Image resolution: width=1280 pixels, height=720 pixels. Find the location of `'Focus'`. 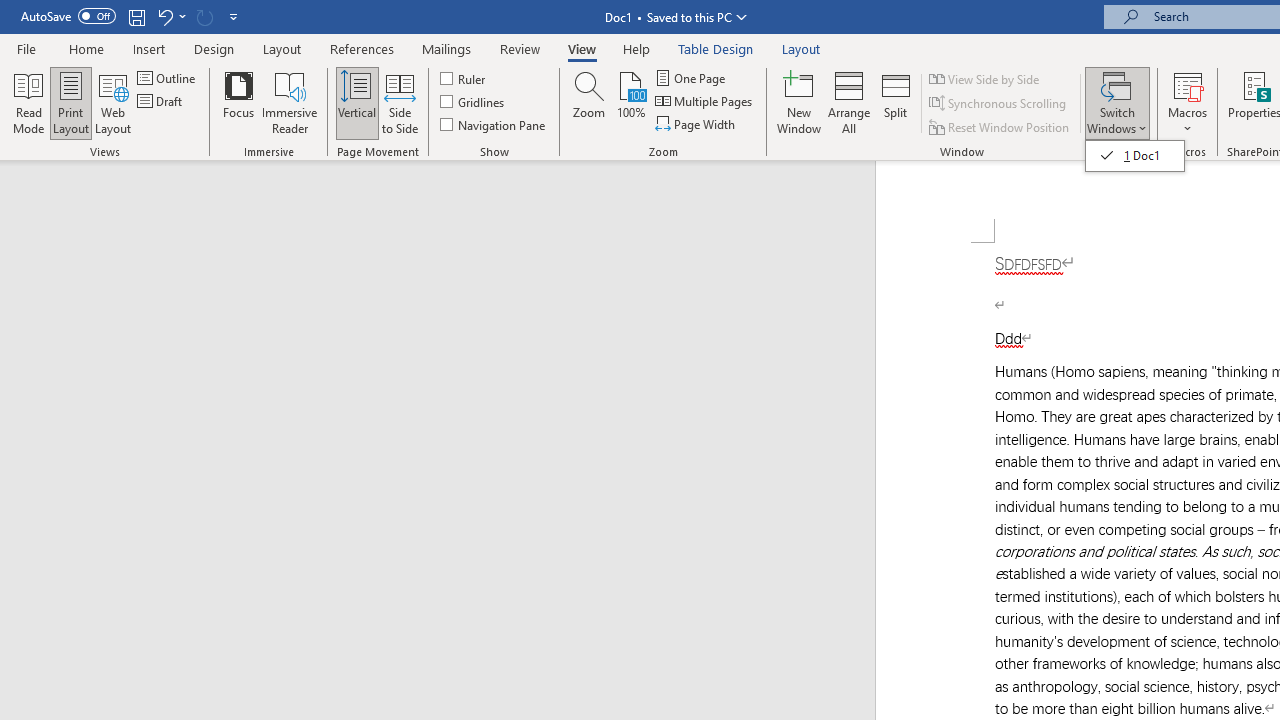

'Focus' is located at coordinates (238, 103).